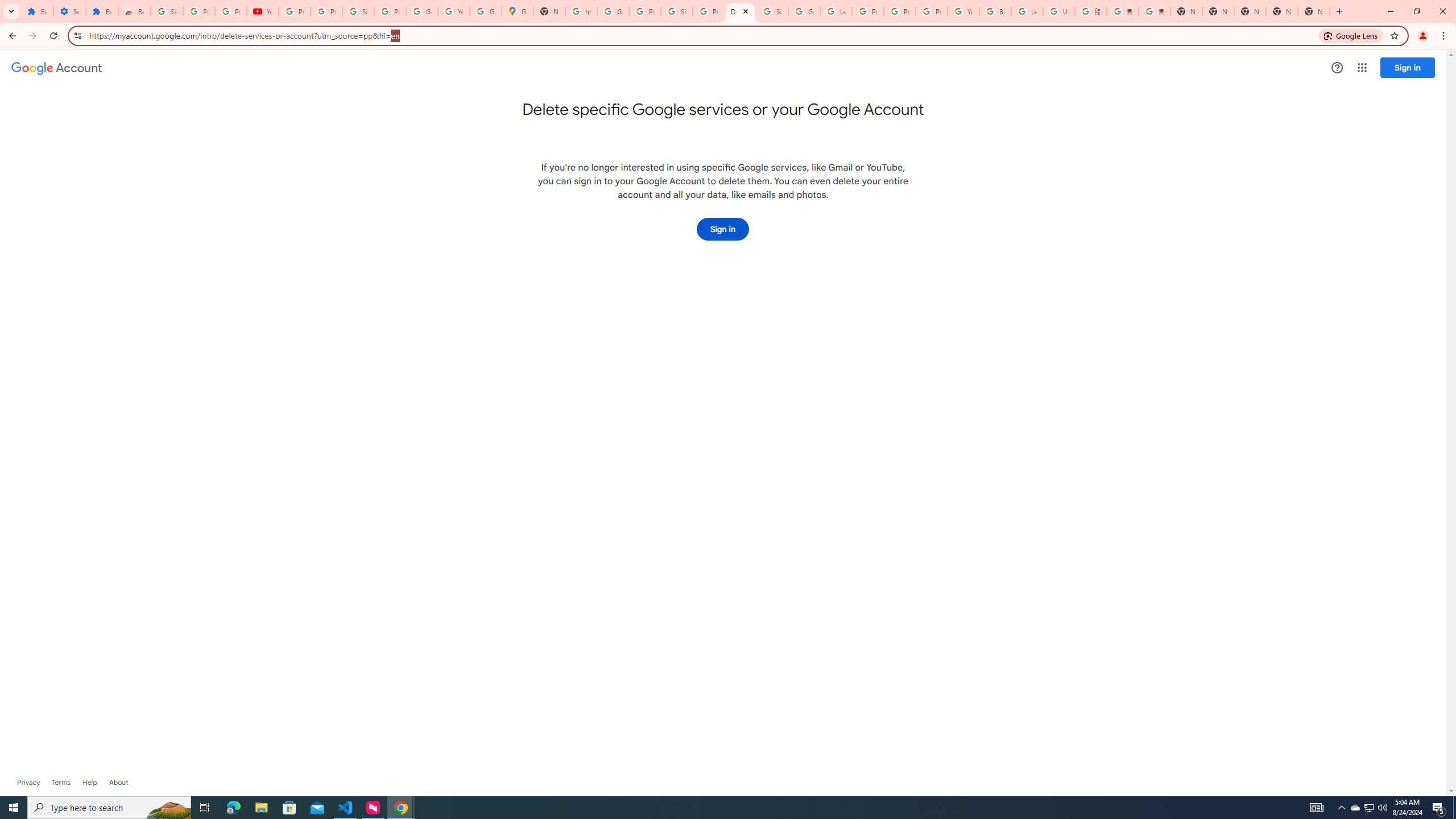  Describe the element at coordinates (134, 11) in the screenshot. I see `'Reviews: Helix Fruit Jump Arcade Game'` at that location.